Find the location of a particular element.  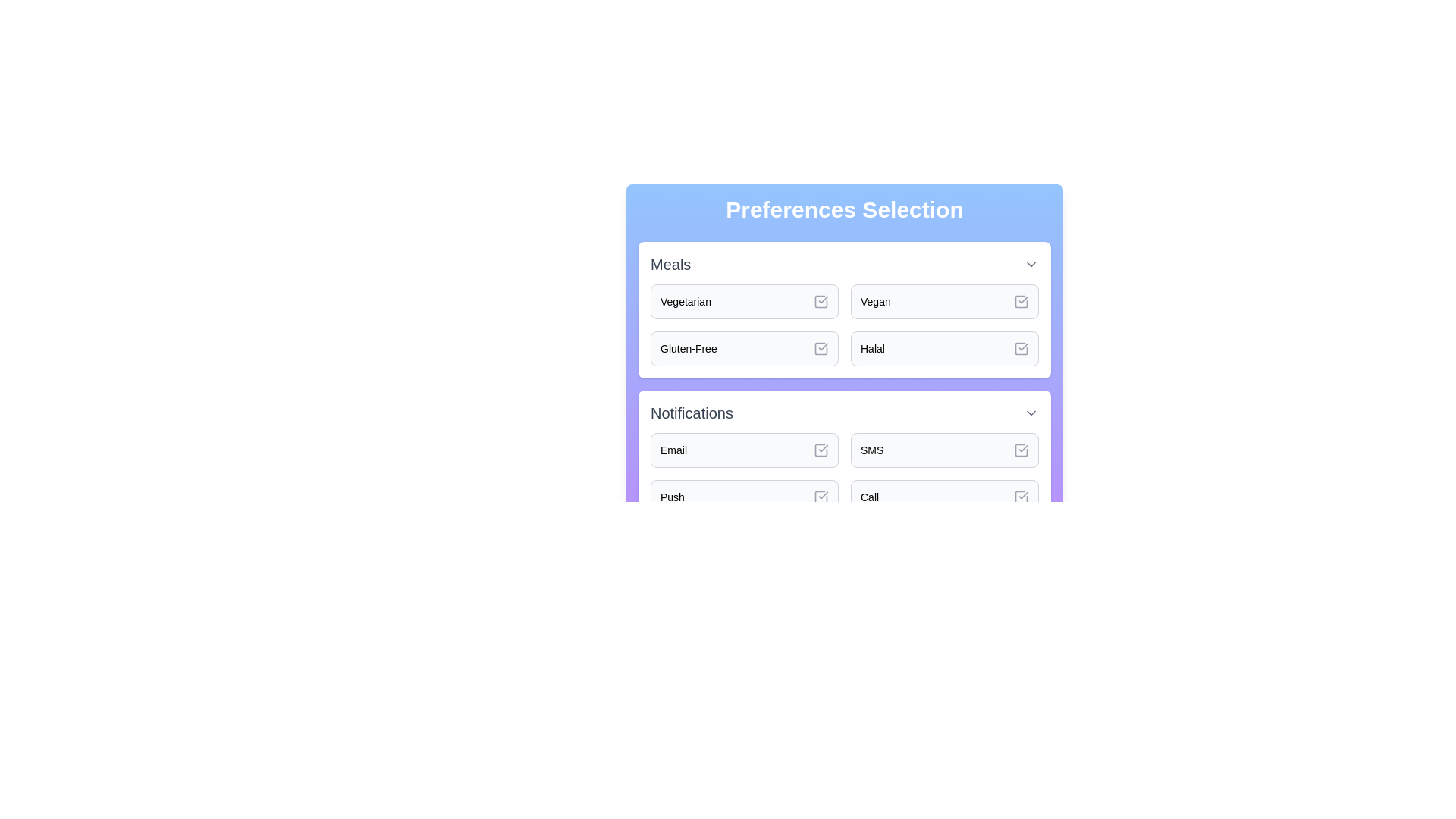

the Checkbox indicator located to the right of the 'Vegan' text label in the 'Meals' section of the interface is located at coordinates (1021, 301).